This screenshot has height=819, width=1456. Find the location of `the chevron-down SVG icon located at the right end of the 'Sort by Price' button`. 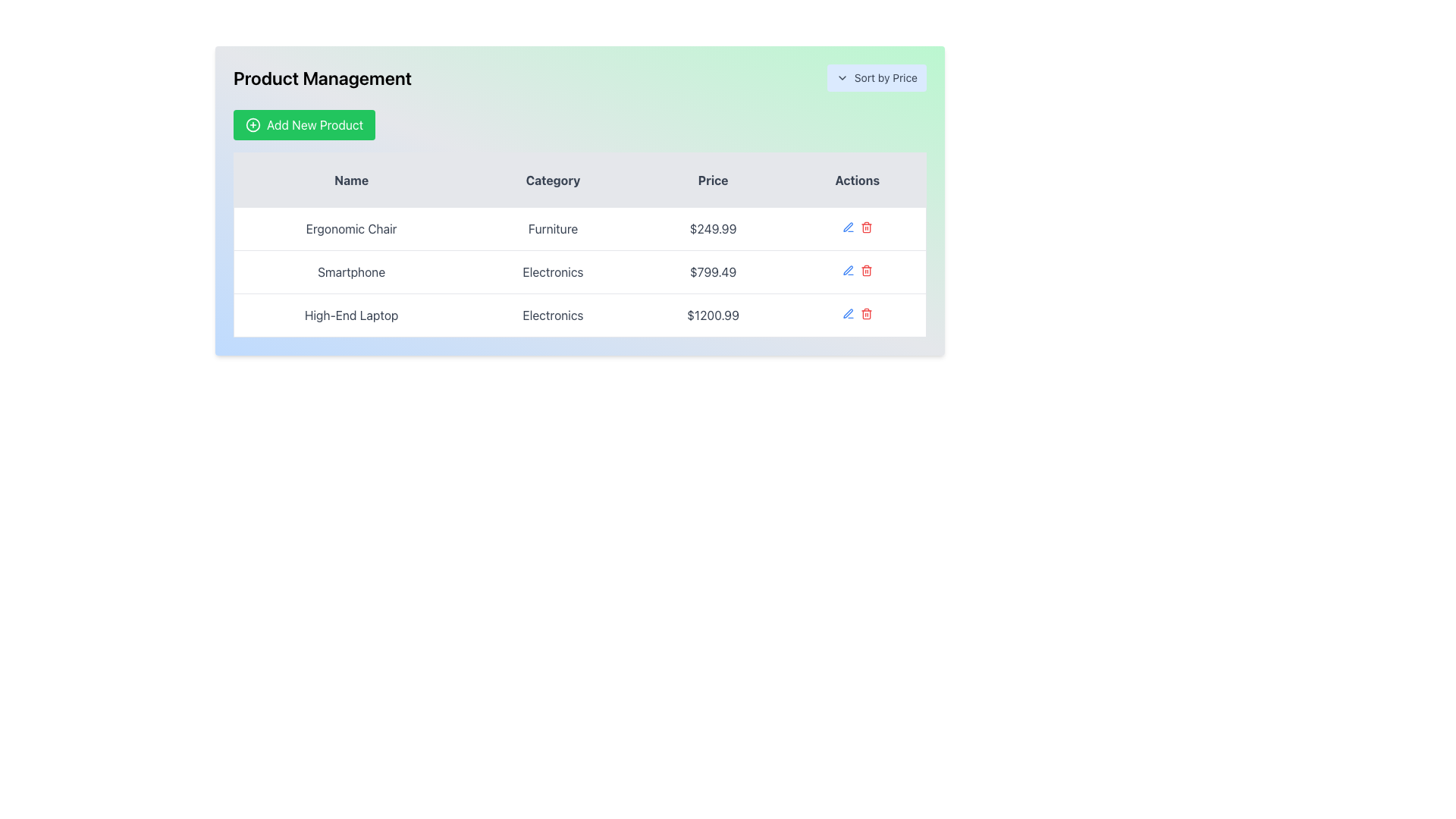

the chevron-down SVG icon located at the right end of the 'Sort by Price' button is located at coordinates (841, 78).